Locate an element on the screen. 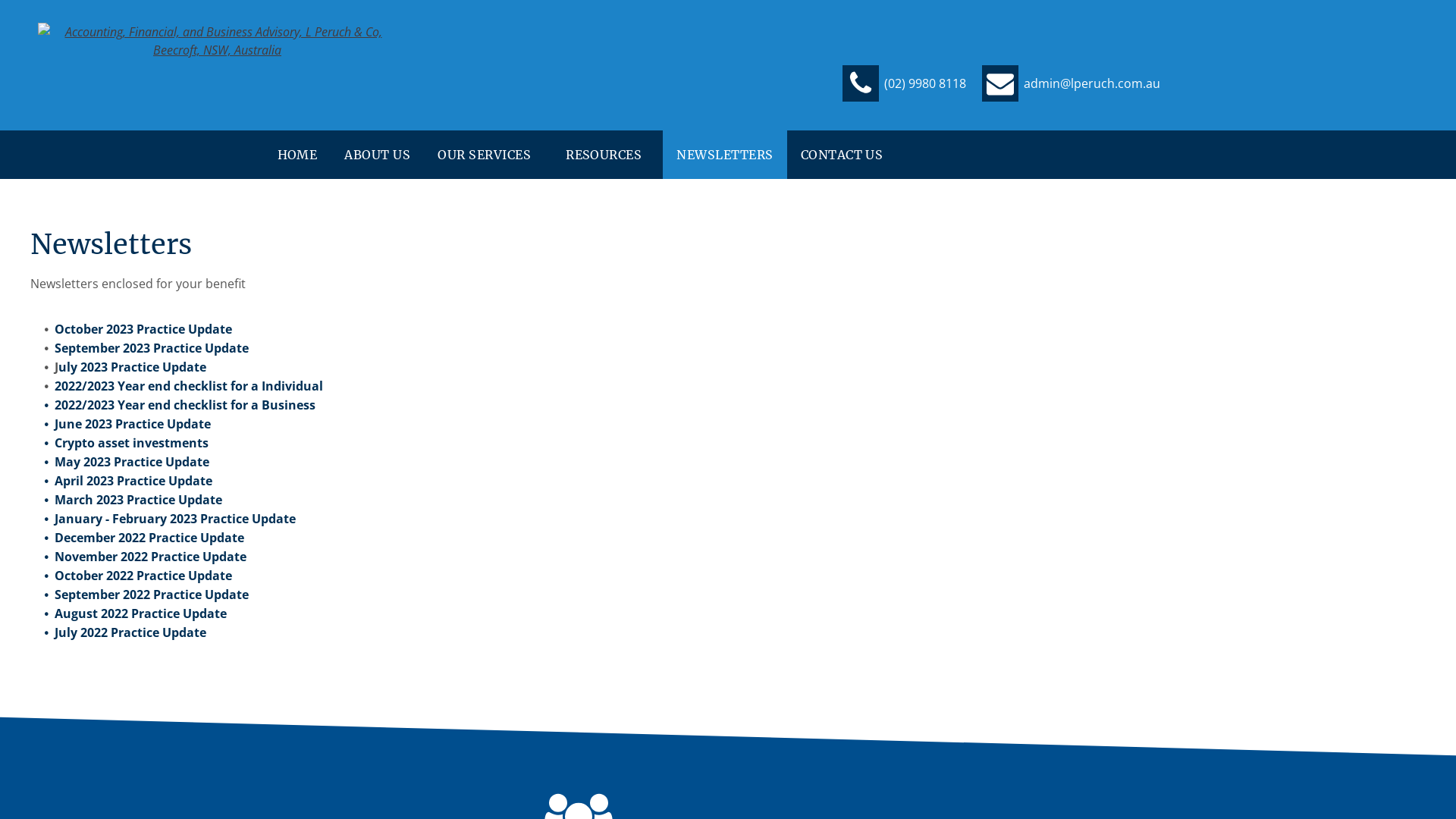 The image size is (1456, 819). 'NEWSLETTERS' is located at coordinates (723, 155).